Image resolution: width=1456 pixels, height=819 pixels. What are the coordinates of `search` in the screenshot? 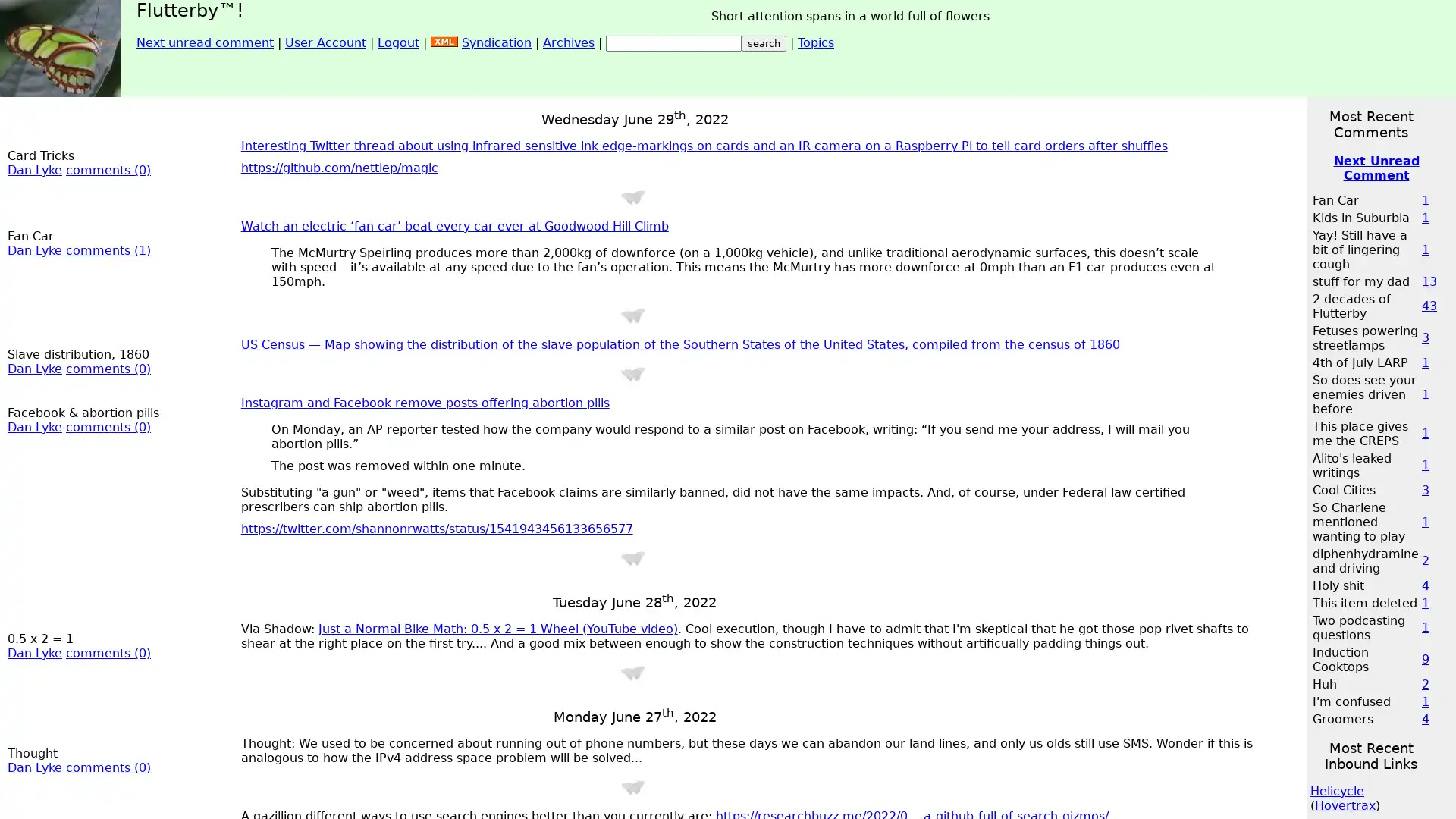 It's located at (764, 42).